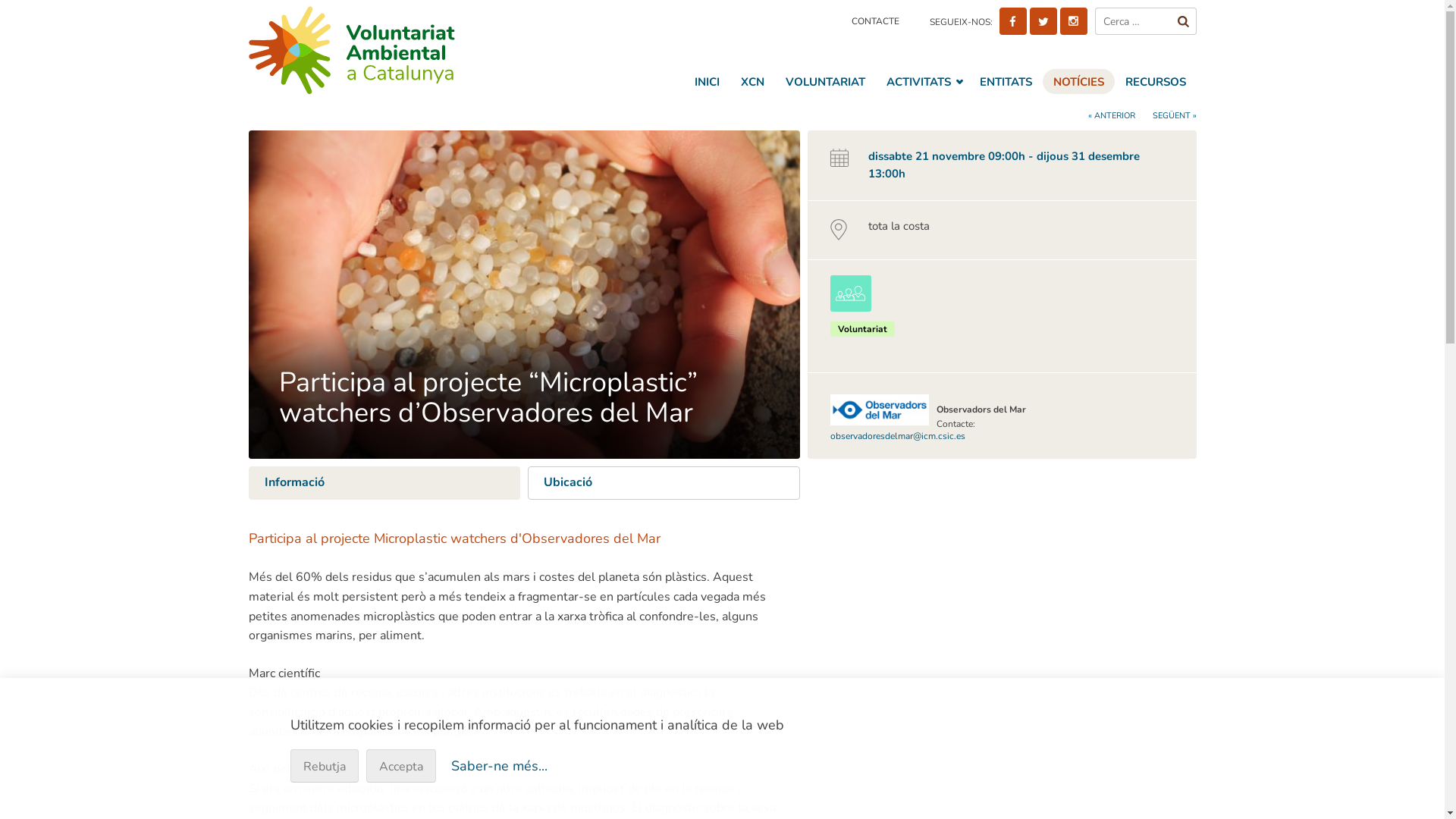 This screenshot has height=819, width=1456. I want to click on 'observadoresdelmar@icm.csic.es', so click(898, 435).